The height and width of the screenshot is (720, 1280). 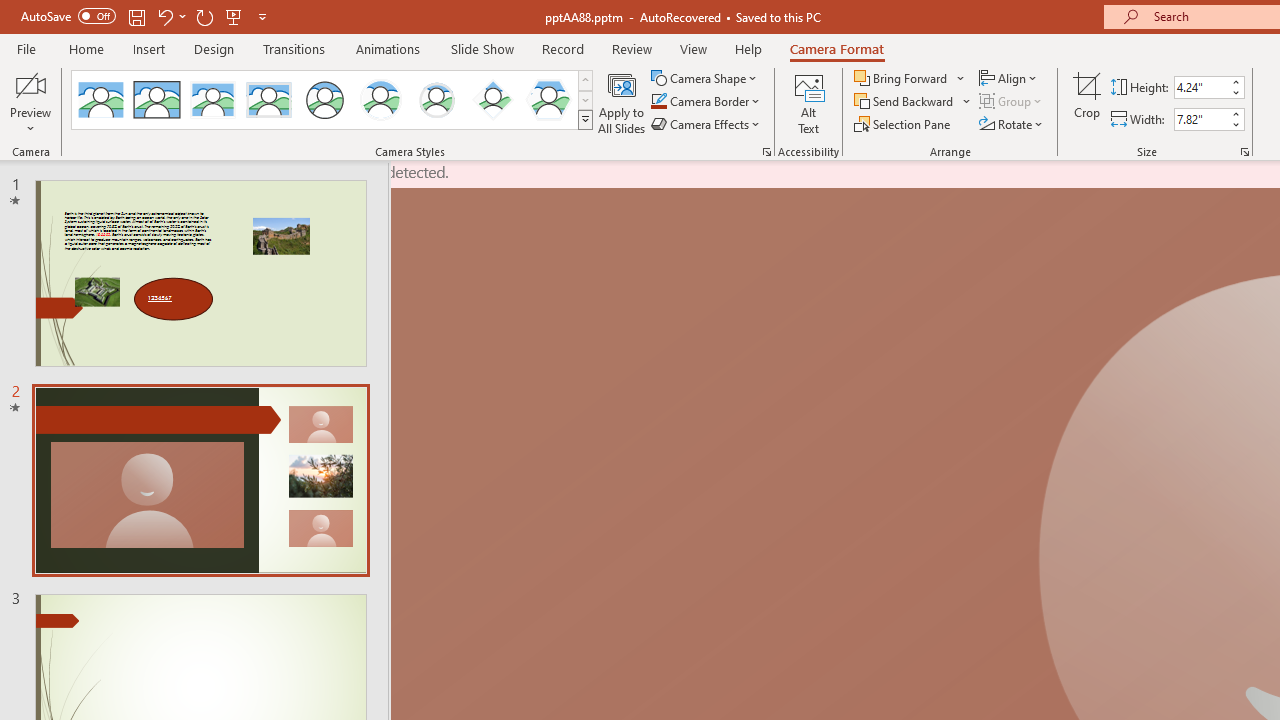 What do you see at coordinates (903, 124) in the screenshot?
I see `'Selection Pane...'` at bounding box center [903, 124].